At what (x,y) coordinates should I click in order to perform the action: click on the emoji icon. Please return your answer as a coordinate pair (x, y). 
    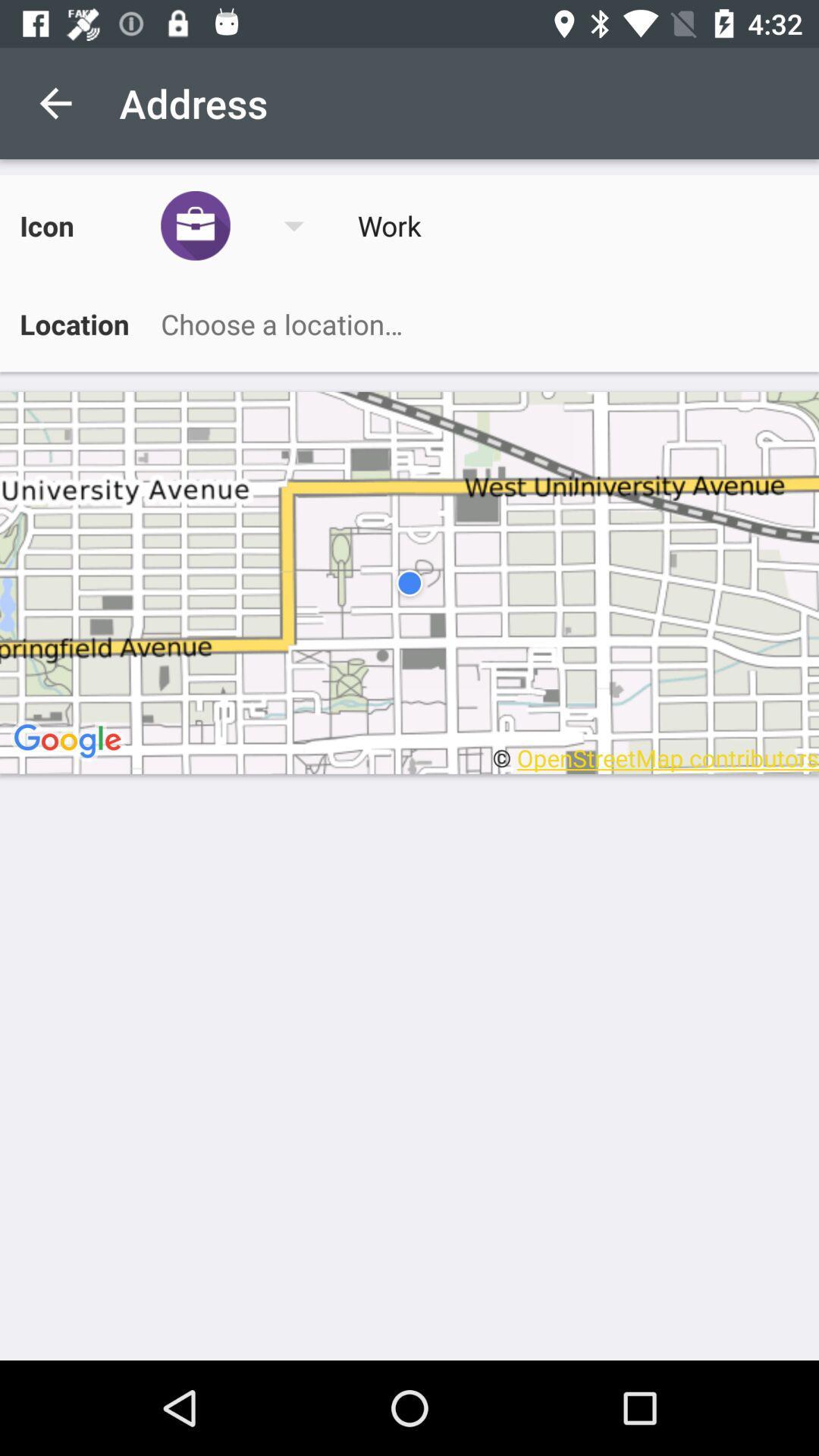
    Looking at the image, I should click on (242, 224).